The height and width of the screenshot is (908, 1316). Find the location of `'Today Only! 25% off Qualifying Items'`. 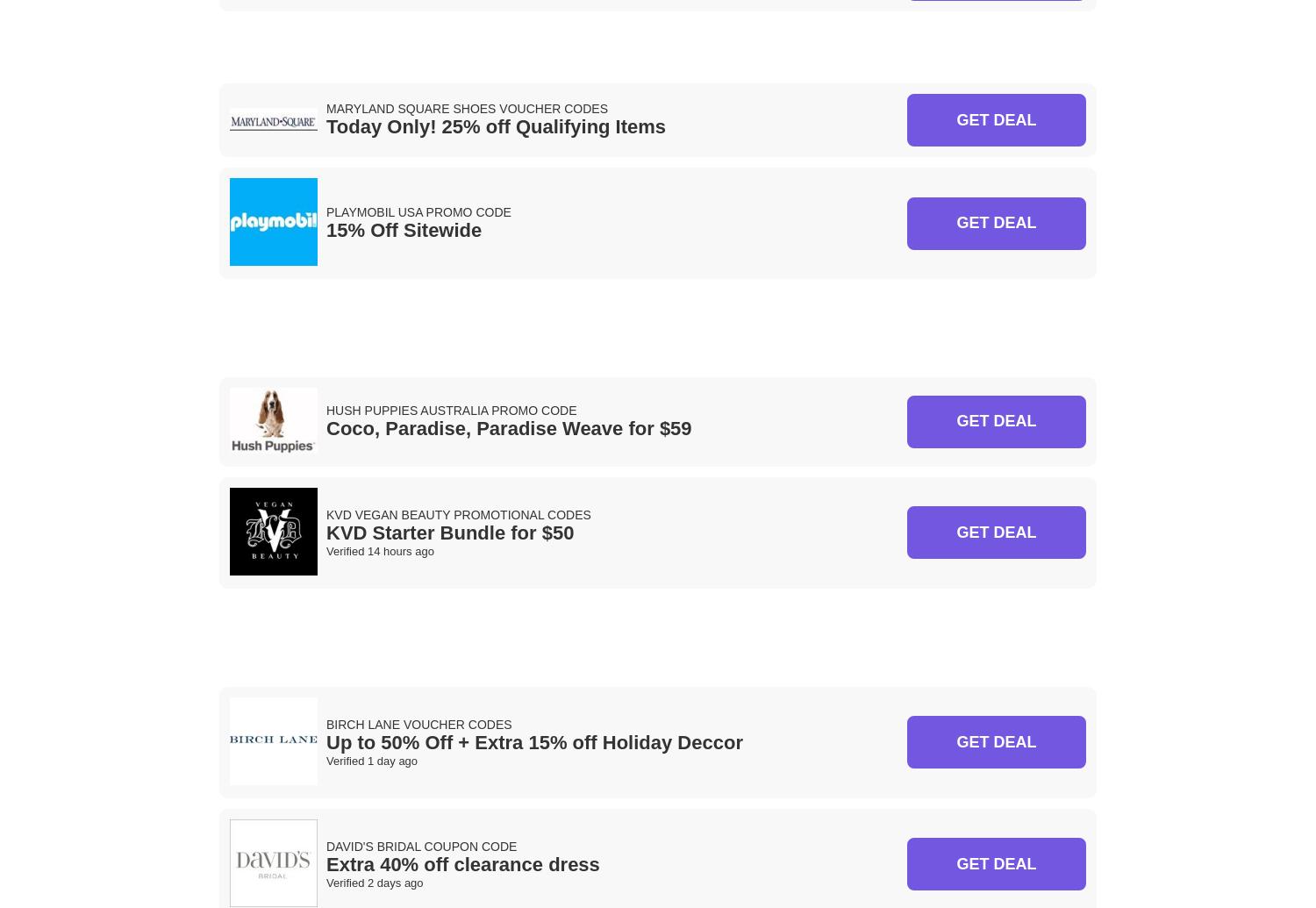

'Today Only! 25% off Qualifying Items' is located at coordinates (495, 126).